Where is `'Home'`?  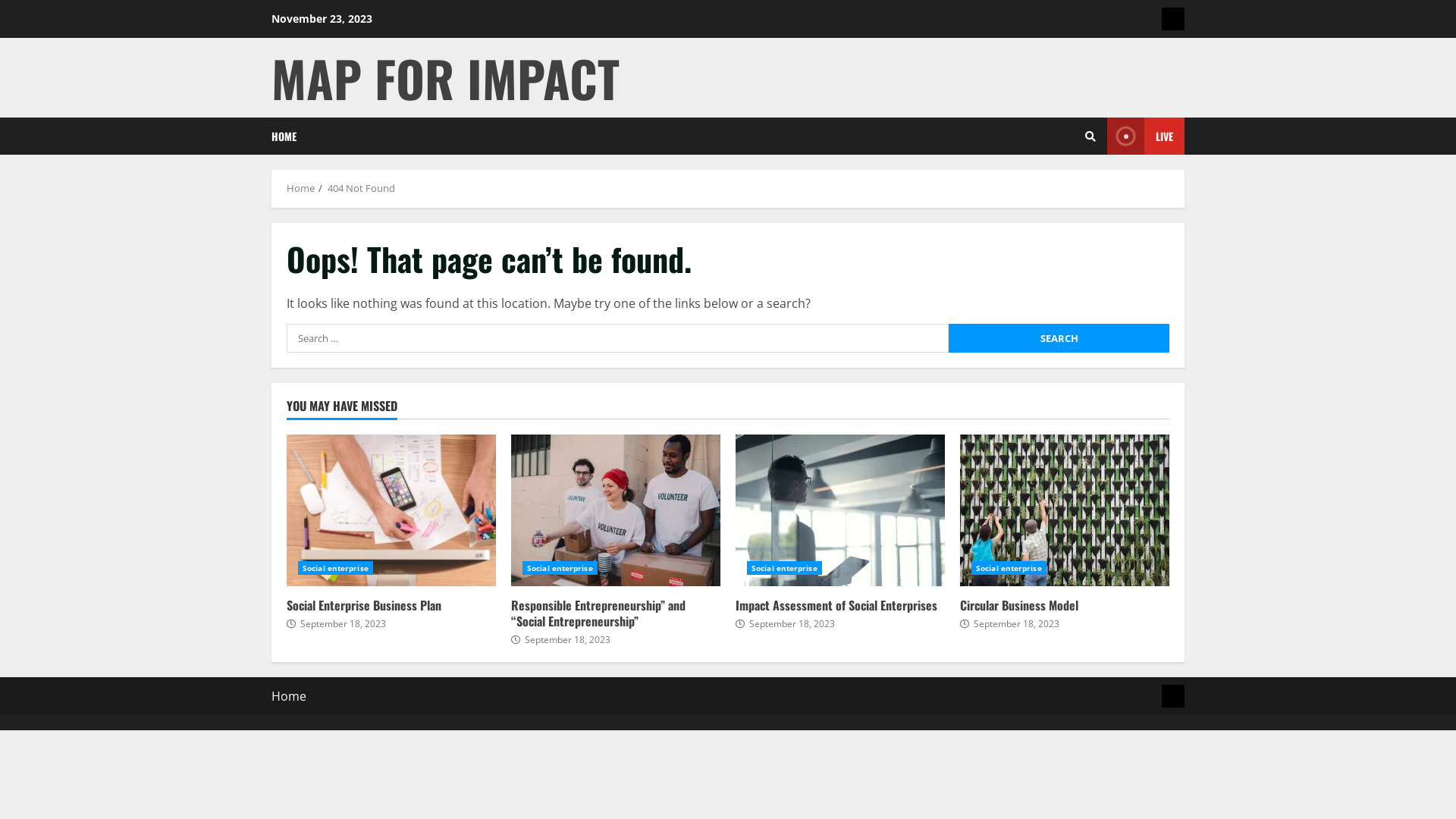
'Home' is located at coordinates (271, 696).